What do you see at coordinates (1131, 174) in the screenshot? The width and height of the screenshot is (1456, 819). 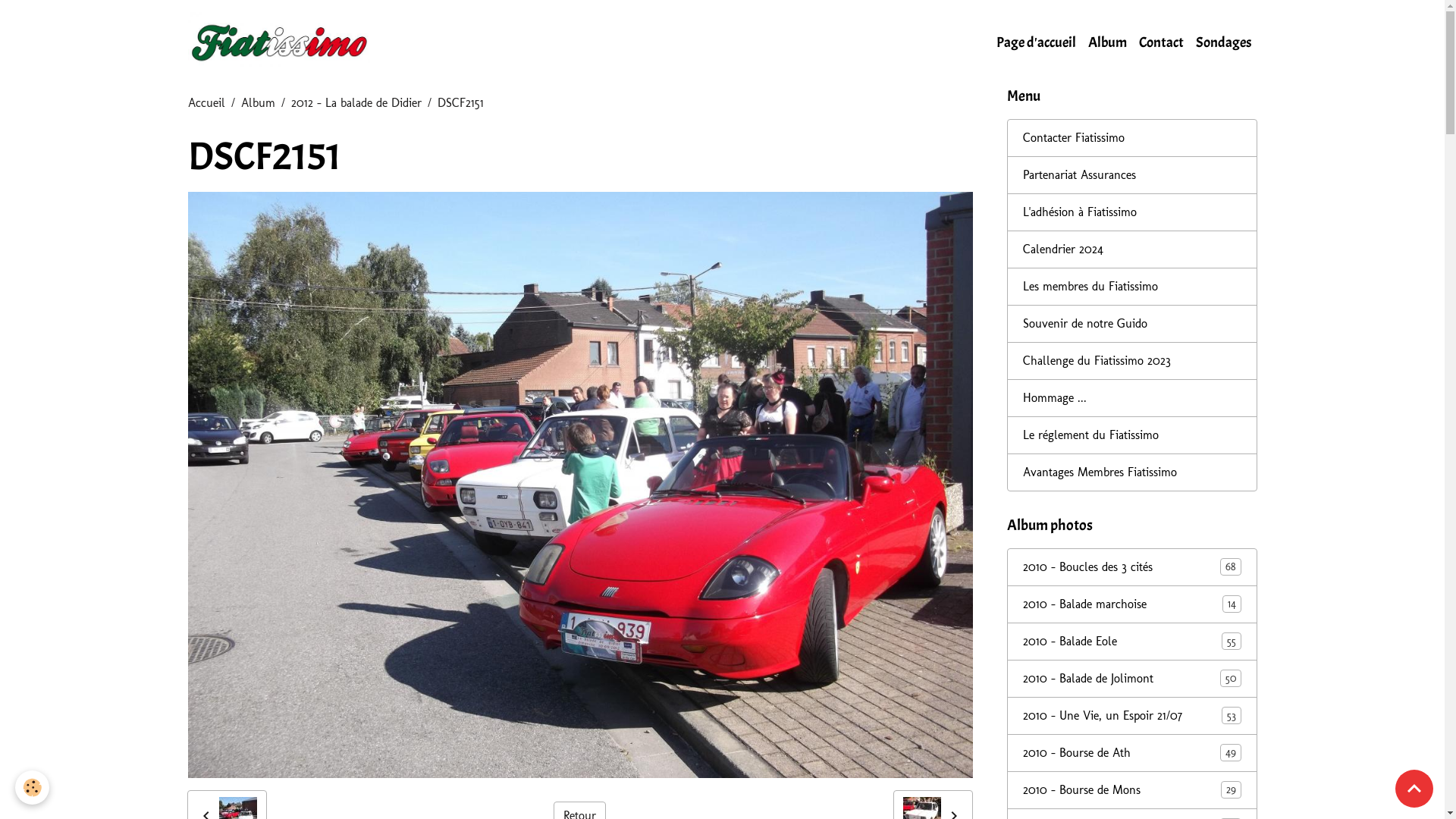 I see `'Partenariat Assurances'` at bounding box center [1131, 174].